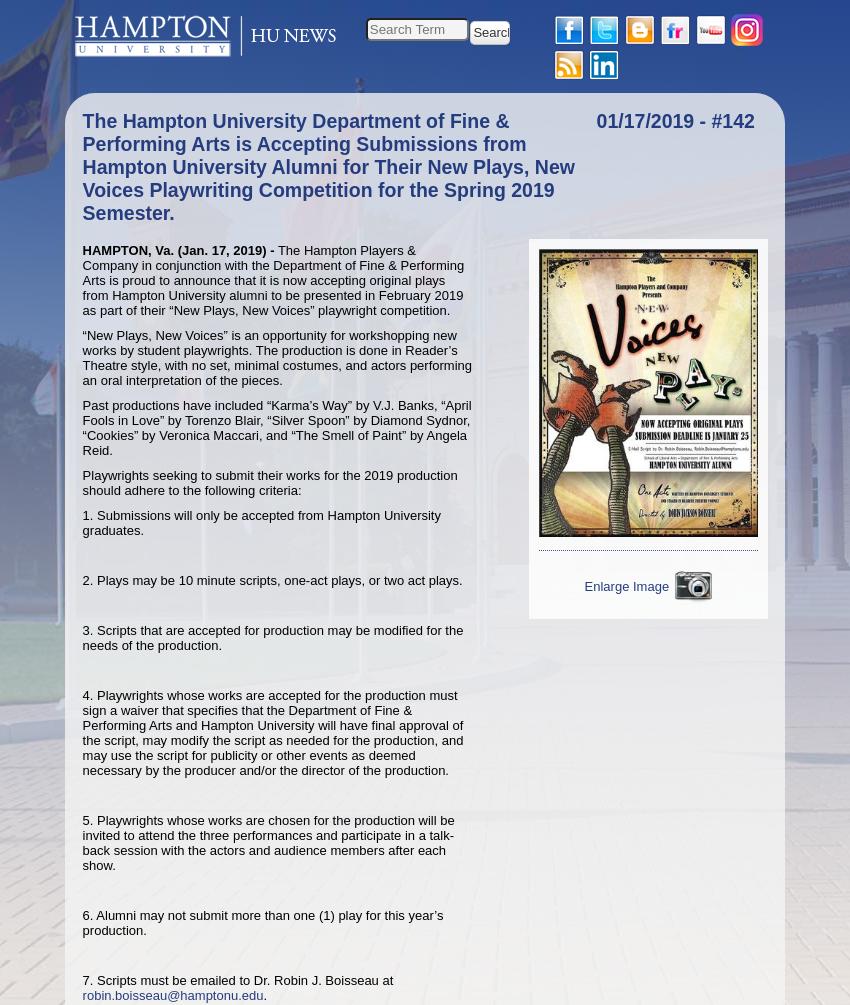 The width and height of the screenshot is (850, 1005). What do you see at coordinates (82, 840) in the screenshot?
I see `'5. Playwrights whose works are chosen for the production will be invited to attend the three performances and participate in a talk-back session with the actors and audience members after each show.'` at bounding box center [82, 840].